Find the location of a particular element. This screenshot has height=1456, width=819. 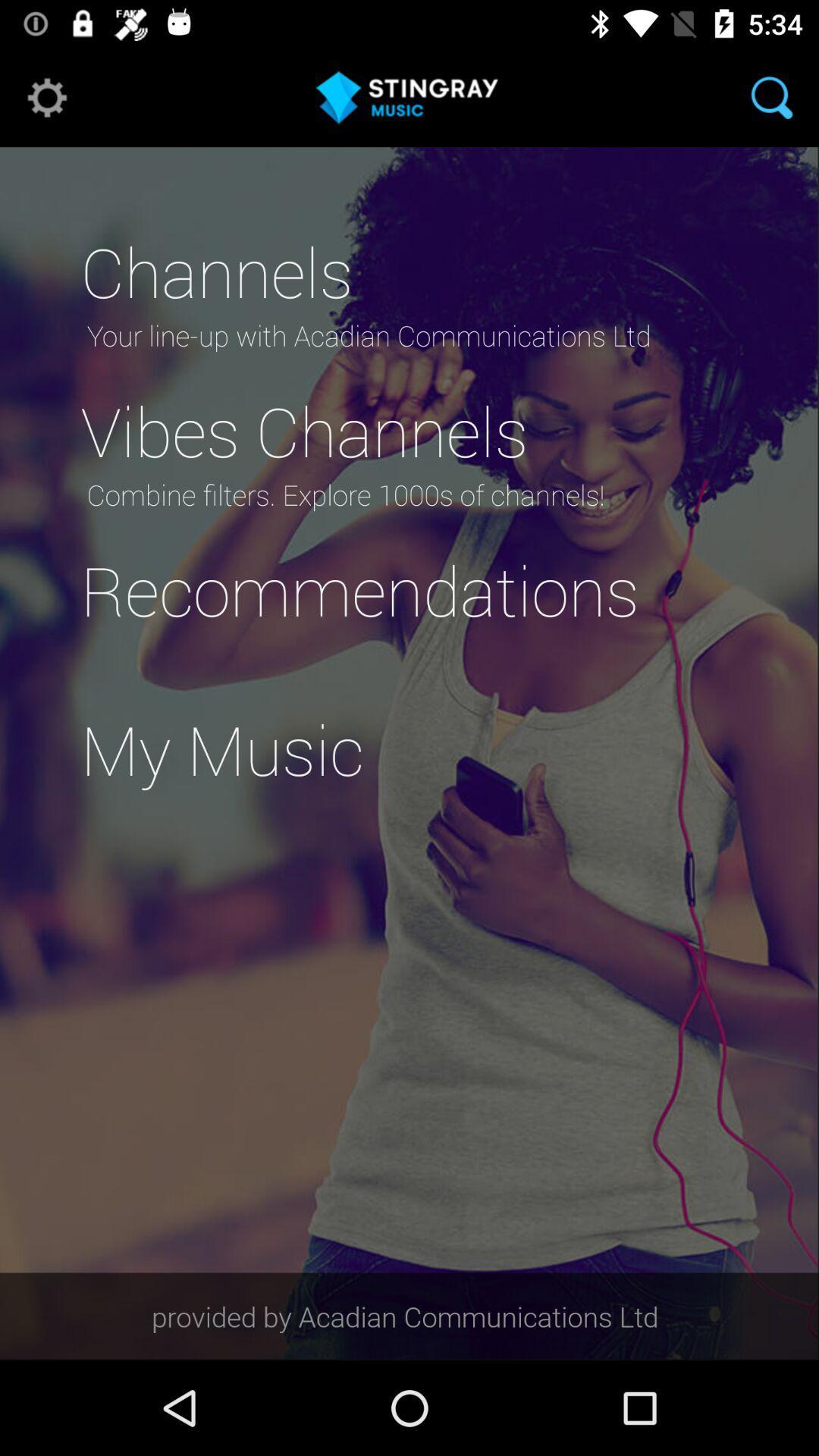

the search icon is located at coordinates (771, 96).